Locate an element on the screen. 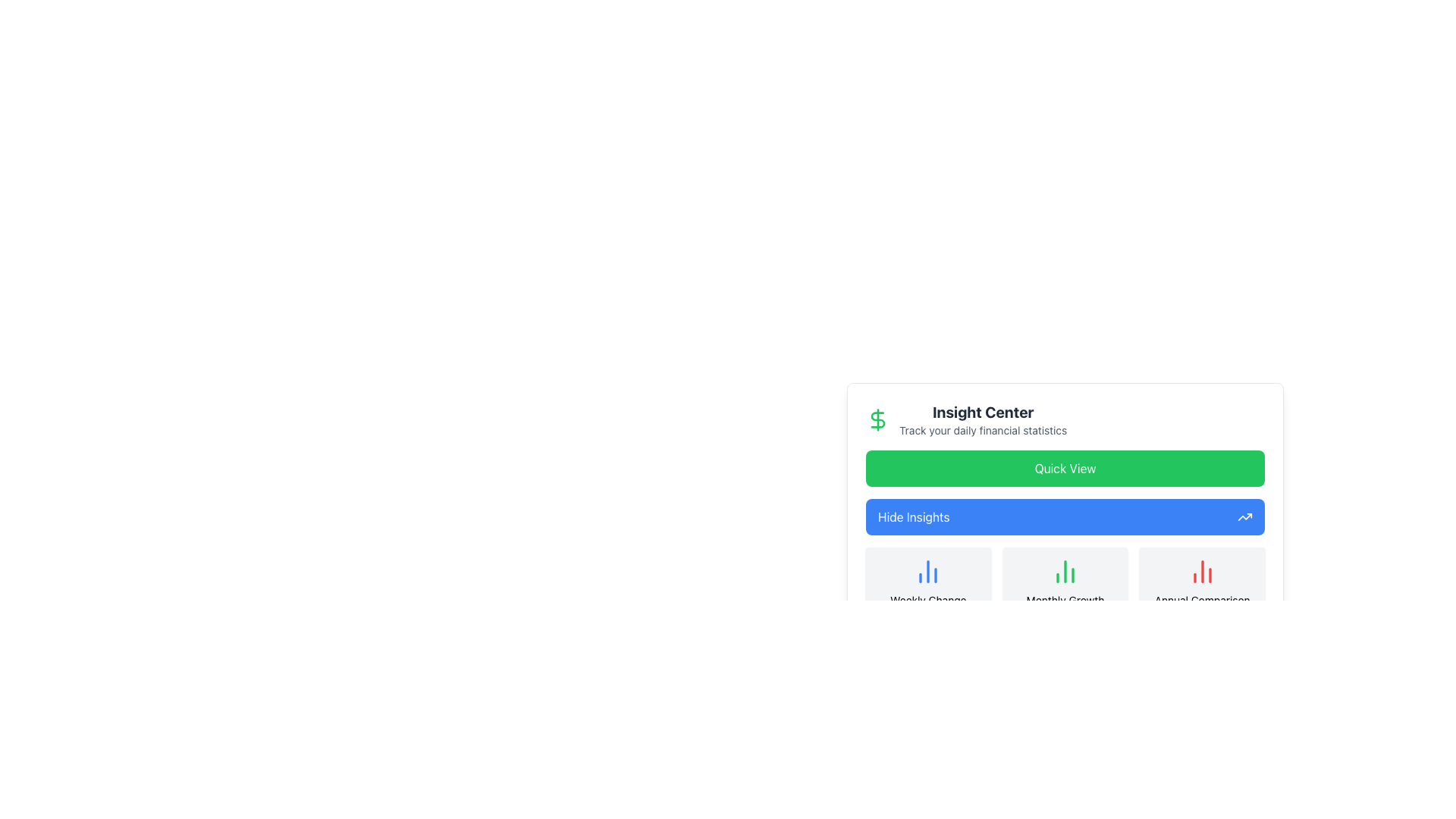 This screenshot has width=1456, height=819. the rightmost icon in the panel below the title 'Annual Comparison' for more information or actions related to financial statistics is located at coordinates (1201, 571).